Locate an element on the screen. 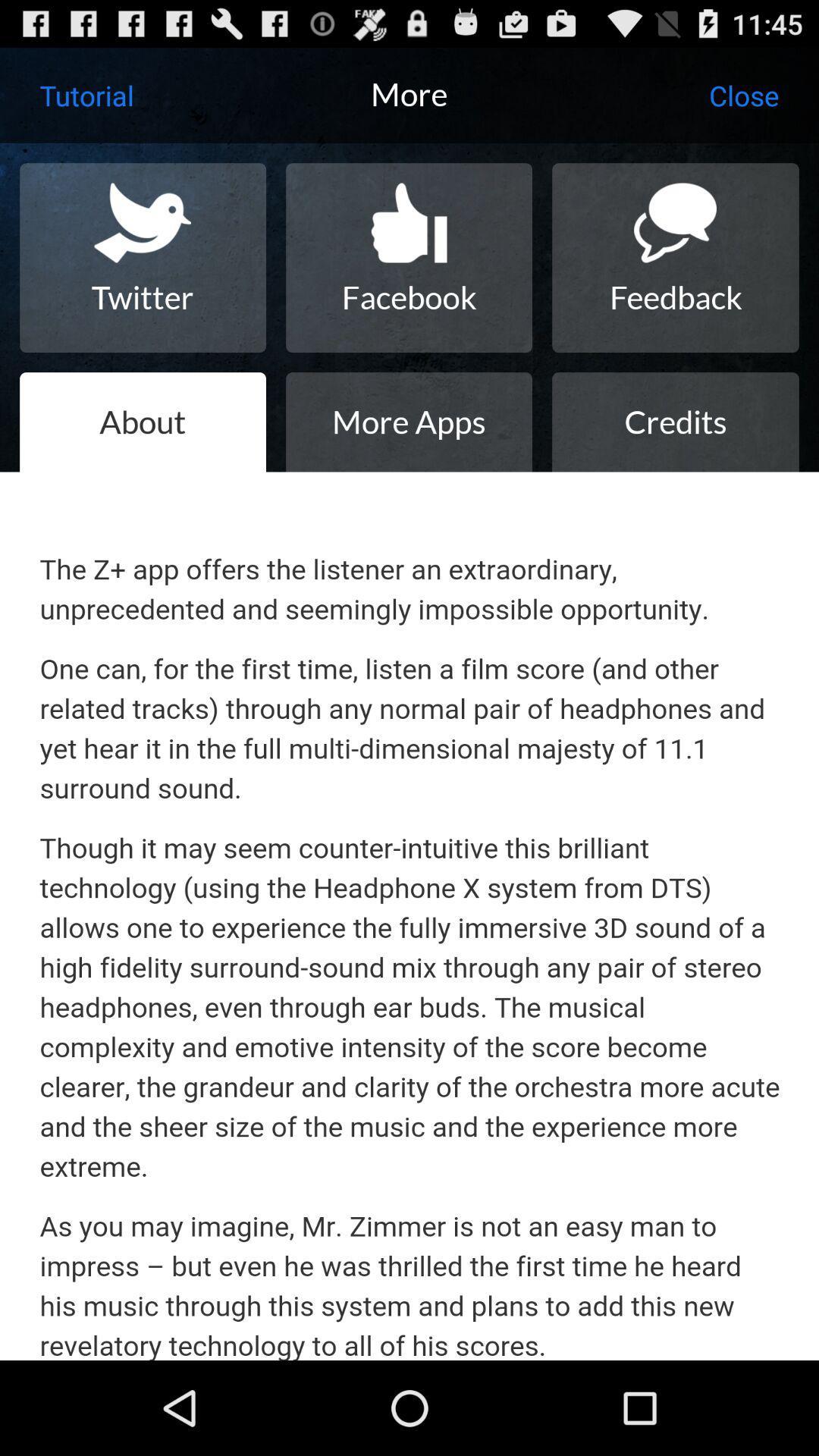 The image size is (819, 1456). twitter icon is located at coordinates (143, 258).